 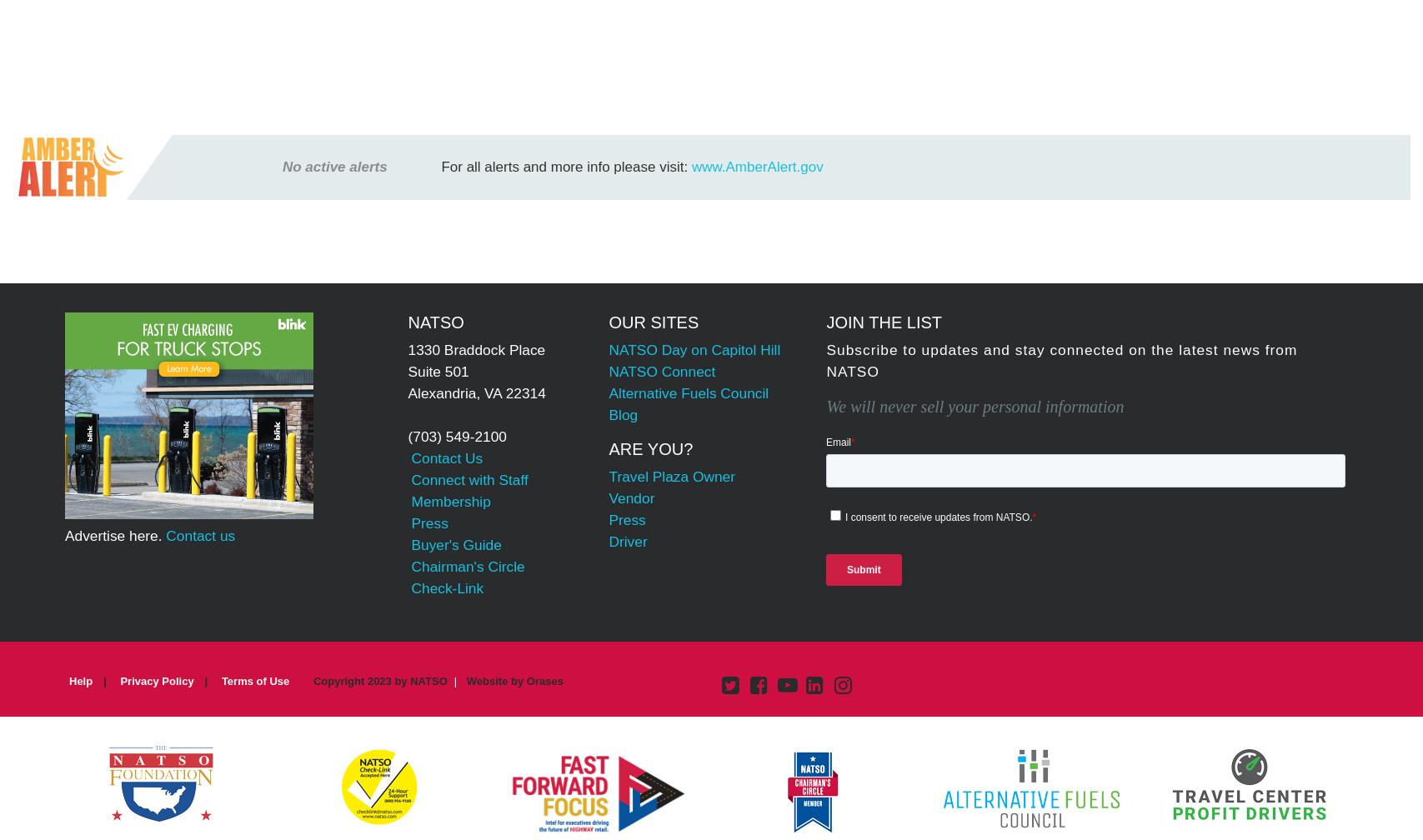 What do you see at coordinates (689, 392) in the screenshot?
I see `'Alternative Fuels Council'` at bounding box center [689, 392].